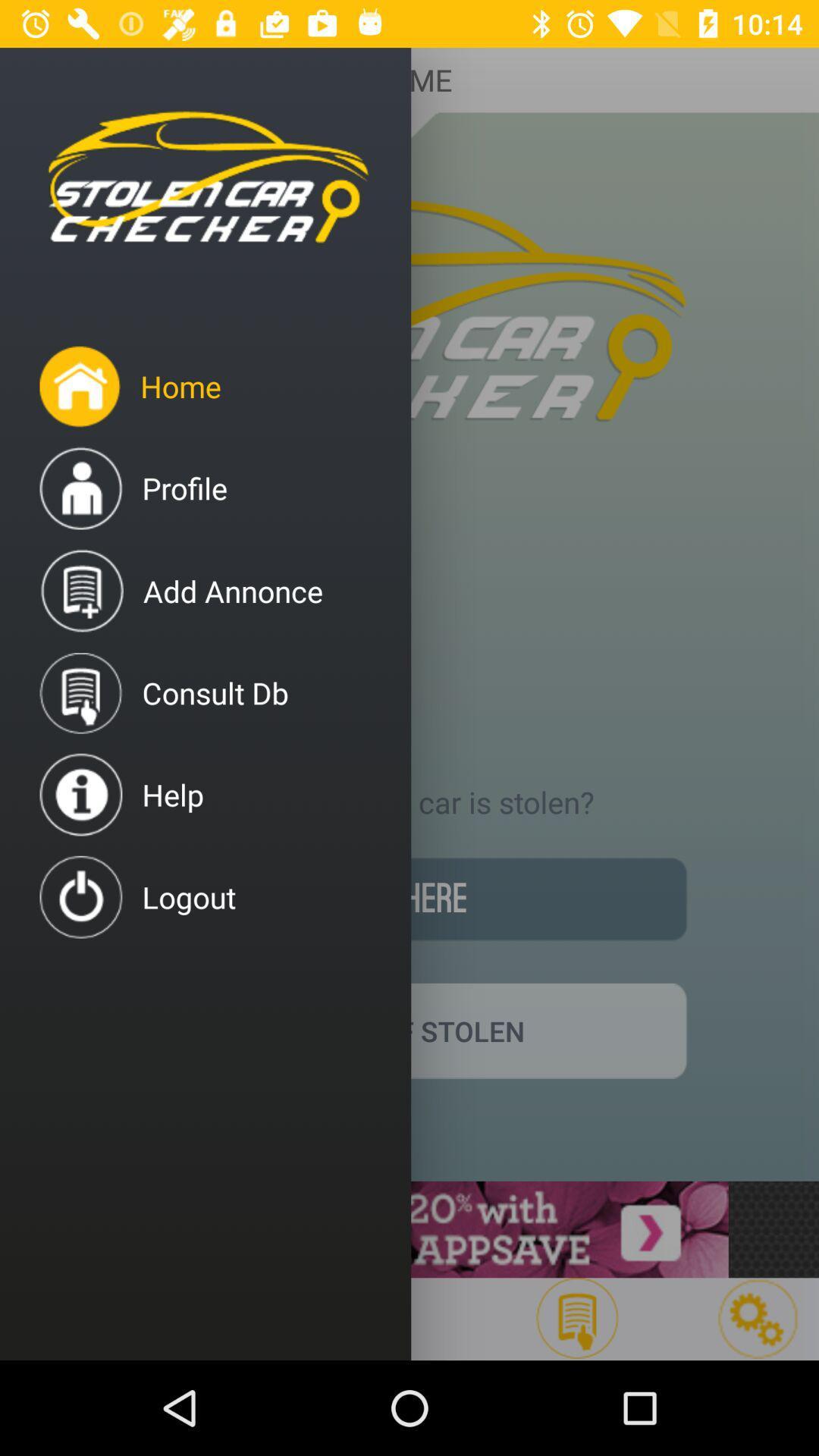  I want to click on the settings icon, so click(758, 1317).